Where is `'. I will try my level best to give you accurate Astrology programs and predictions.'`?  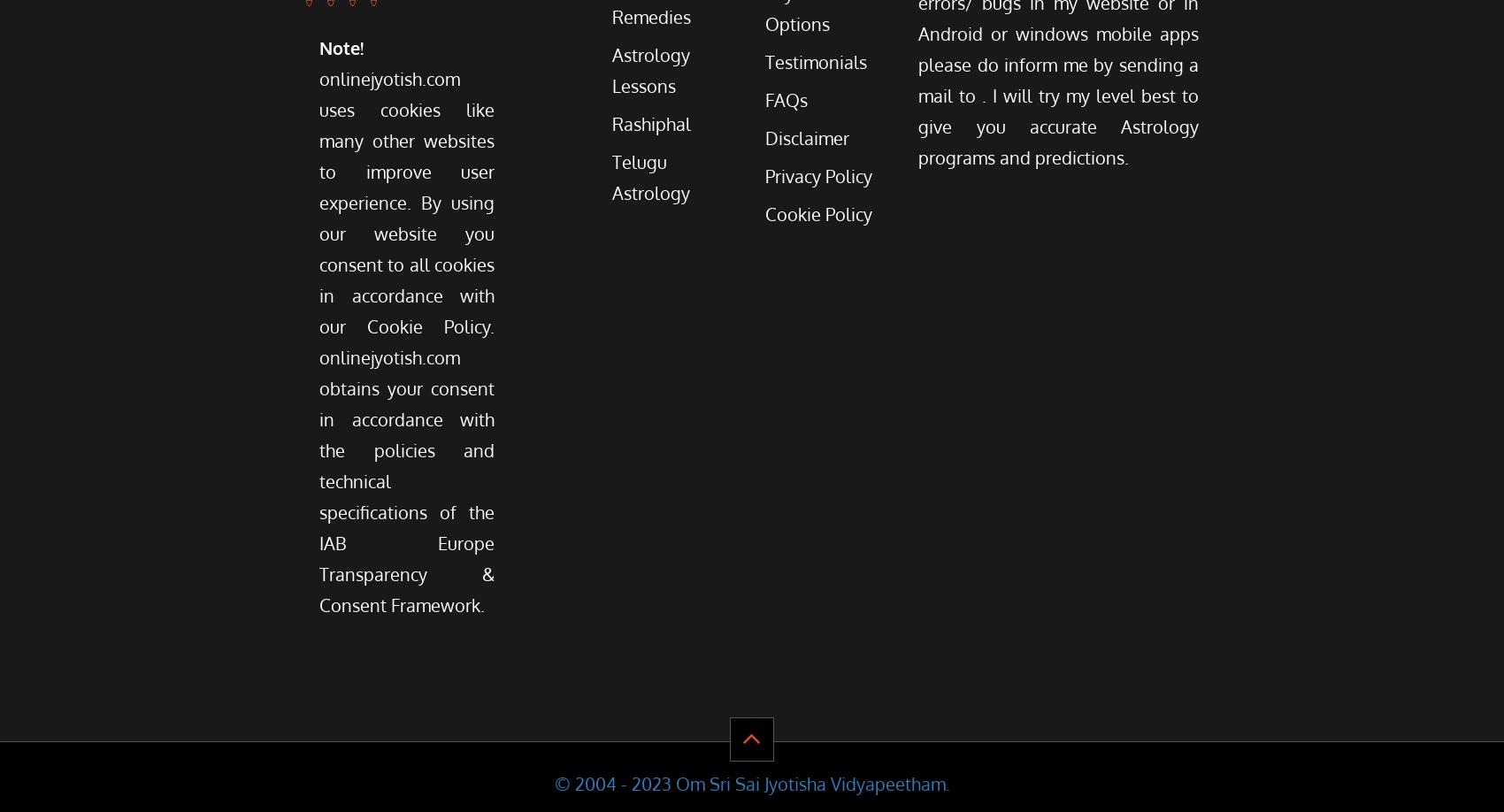
'. I will try my level best to give you accurate Astrology programs and predictions.' is located at coordinates (1056, 126).